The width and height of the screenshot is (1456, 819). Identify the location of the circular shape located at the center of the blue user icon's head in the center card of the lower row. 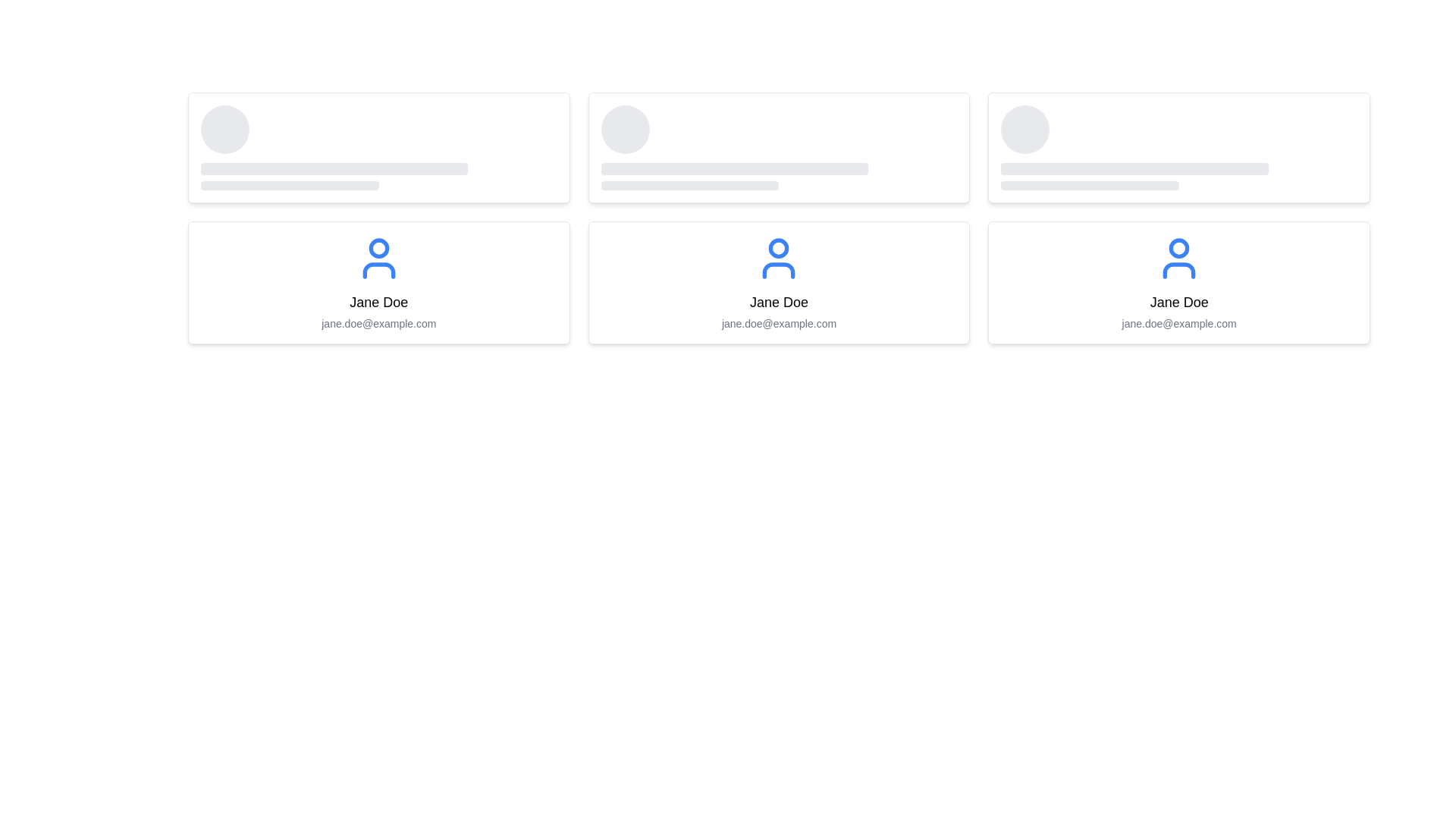
(378, 247).